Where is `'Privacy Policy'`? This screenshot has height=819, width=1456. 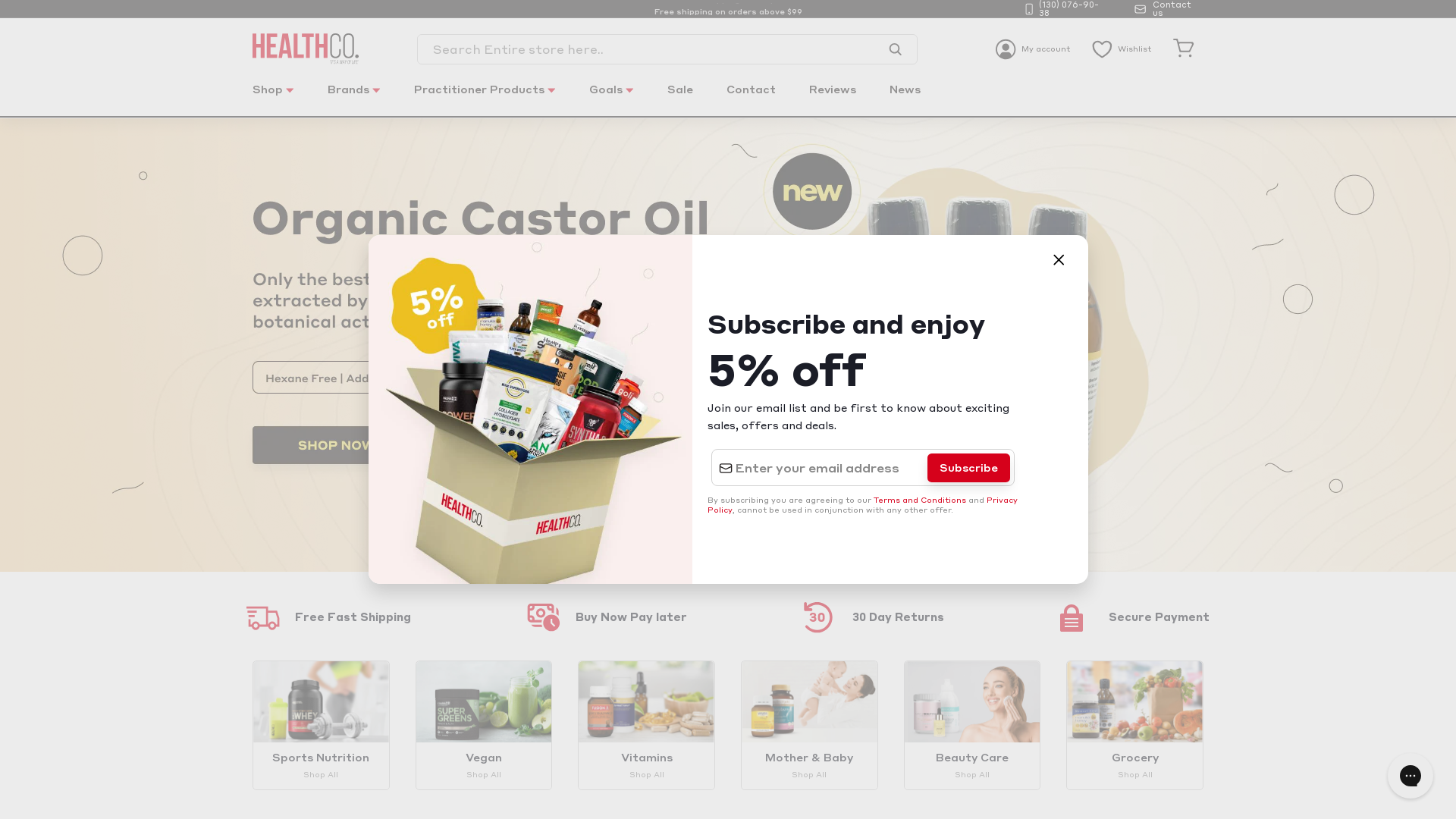 'Privacy Policy' is located at coordinates (862, 505).